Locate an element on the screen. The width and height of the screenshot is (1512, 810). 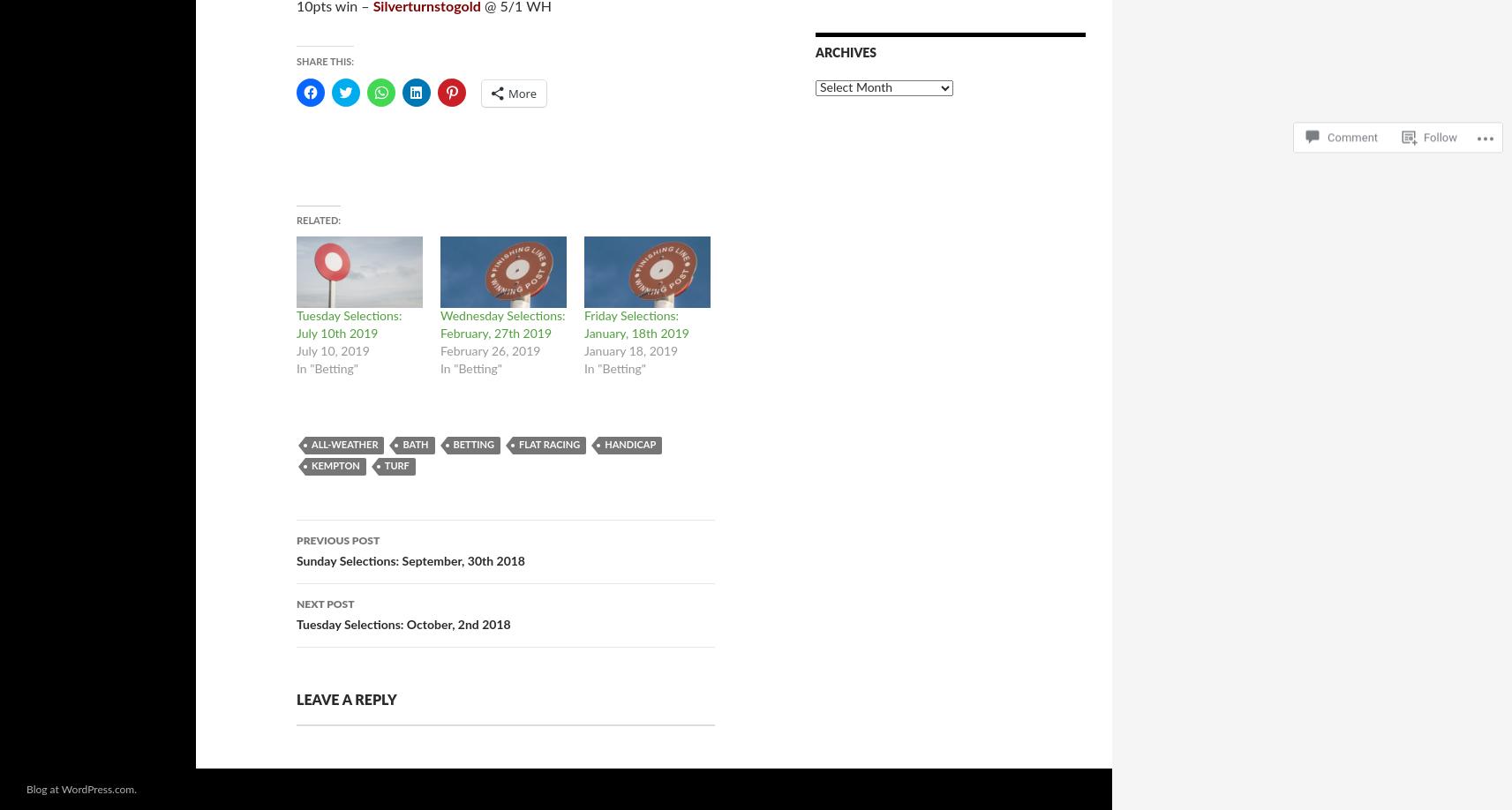
'All-Weather' is located at coordinates (343, 445).